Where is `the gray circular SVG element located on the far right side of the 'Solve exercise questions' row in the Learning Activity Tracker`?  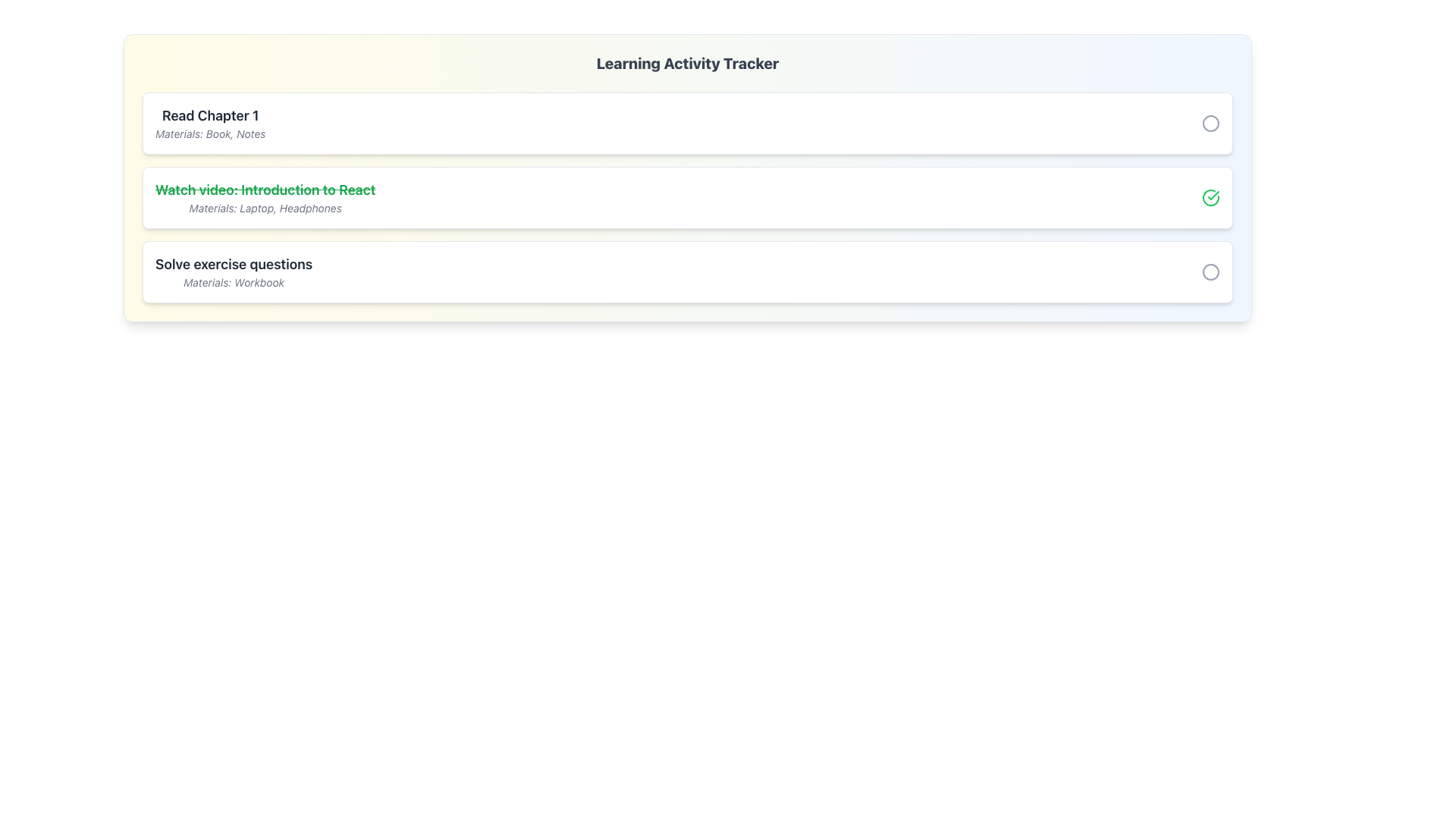 the gray circular SVG element located on the far right side of the 'Solve exercise questions' row in the Learning Activity Tracker is located at coordinates (1210, 271).